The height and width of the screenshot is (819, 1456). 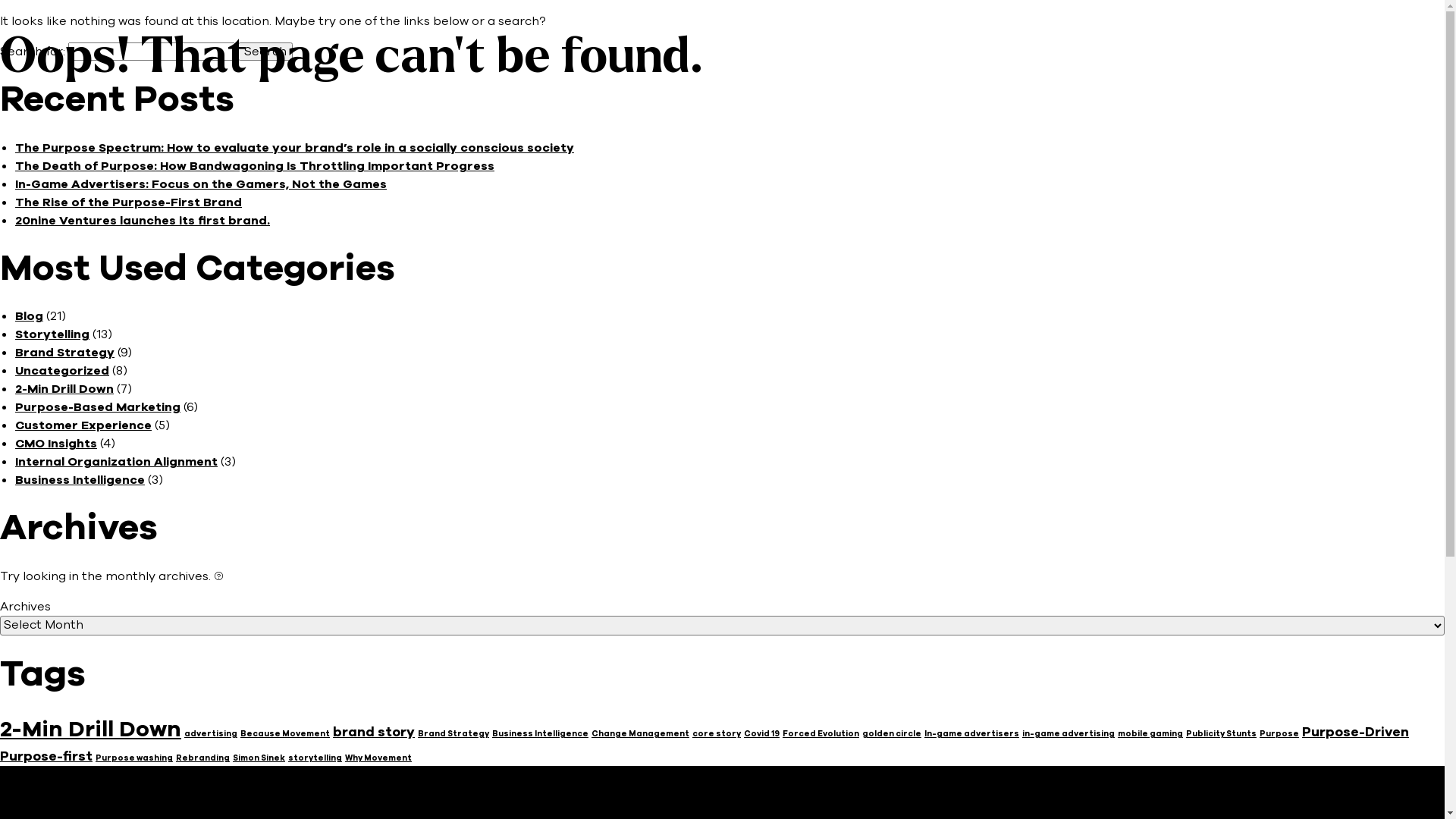 I want to click on 'in-game advertising', so click(x=1022, y=733).